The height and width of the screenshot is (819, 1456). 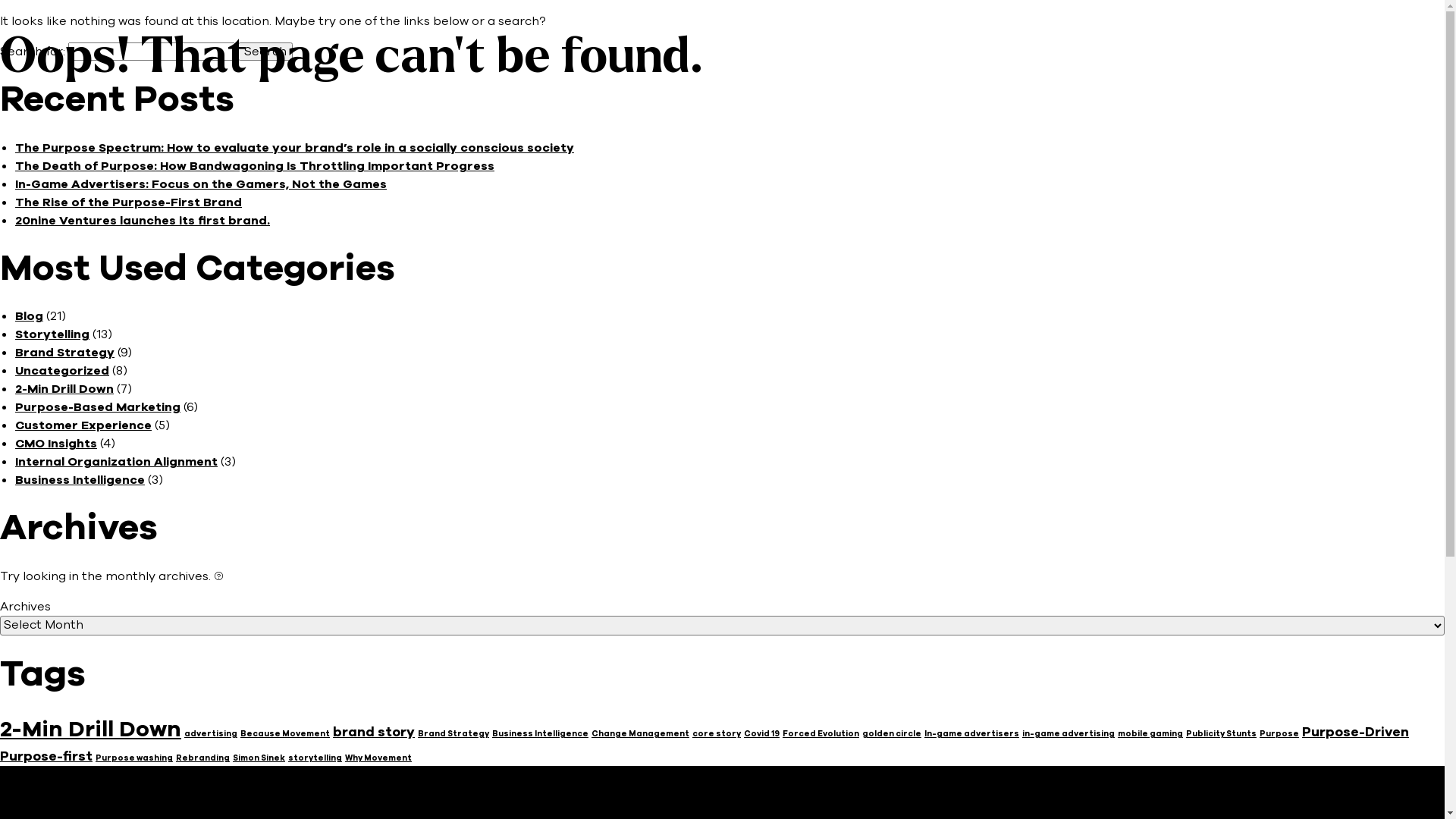 I want to click on 'in-game advertising', so click(x=1022, y=733).